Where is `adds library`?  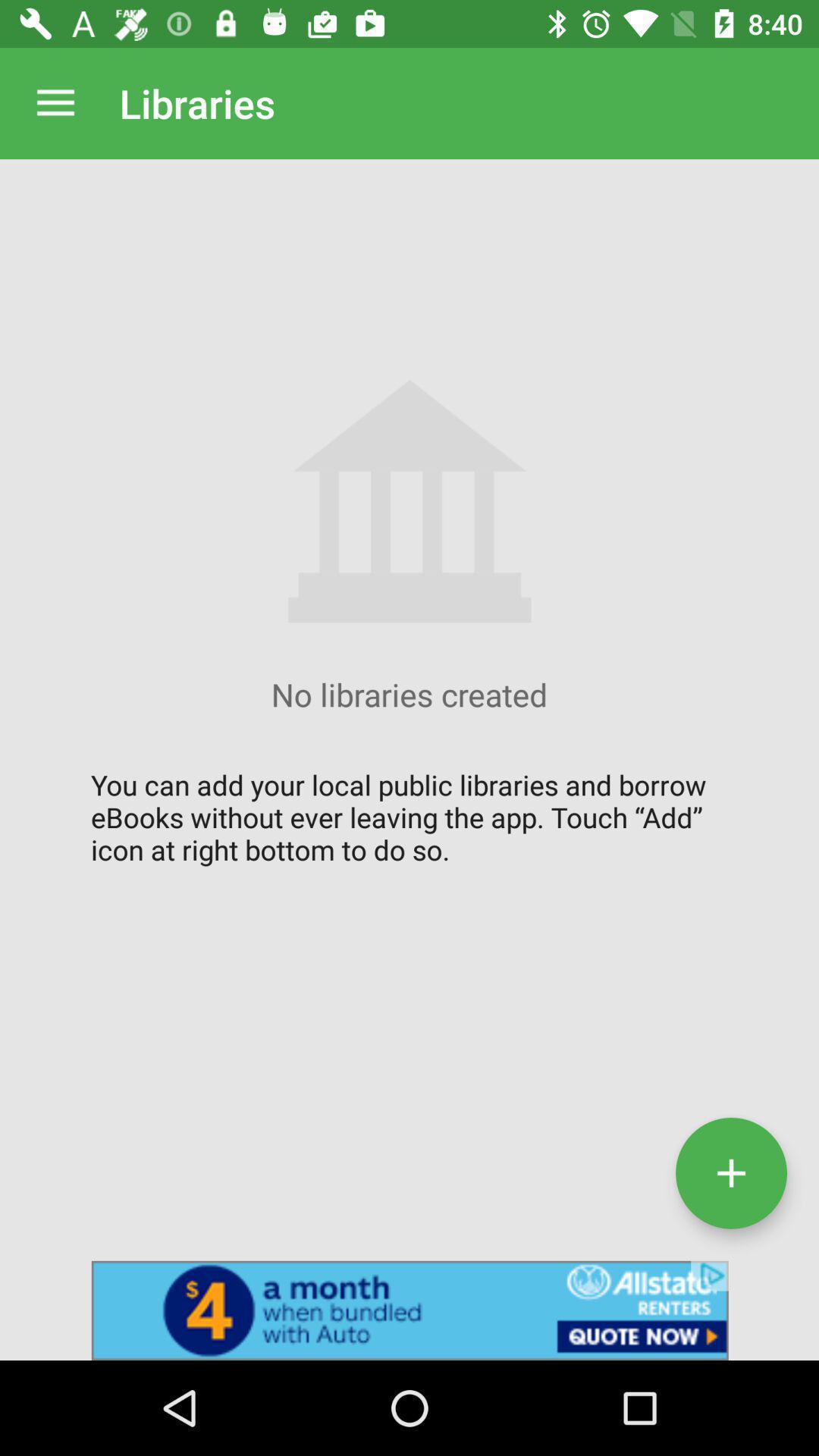 adds library is located at coordinates (730, 1172).